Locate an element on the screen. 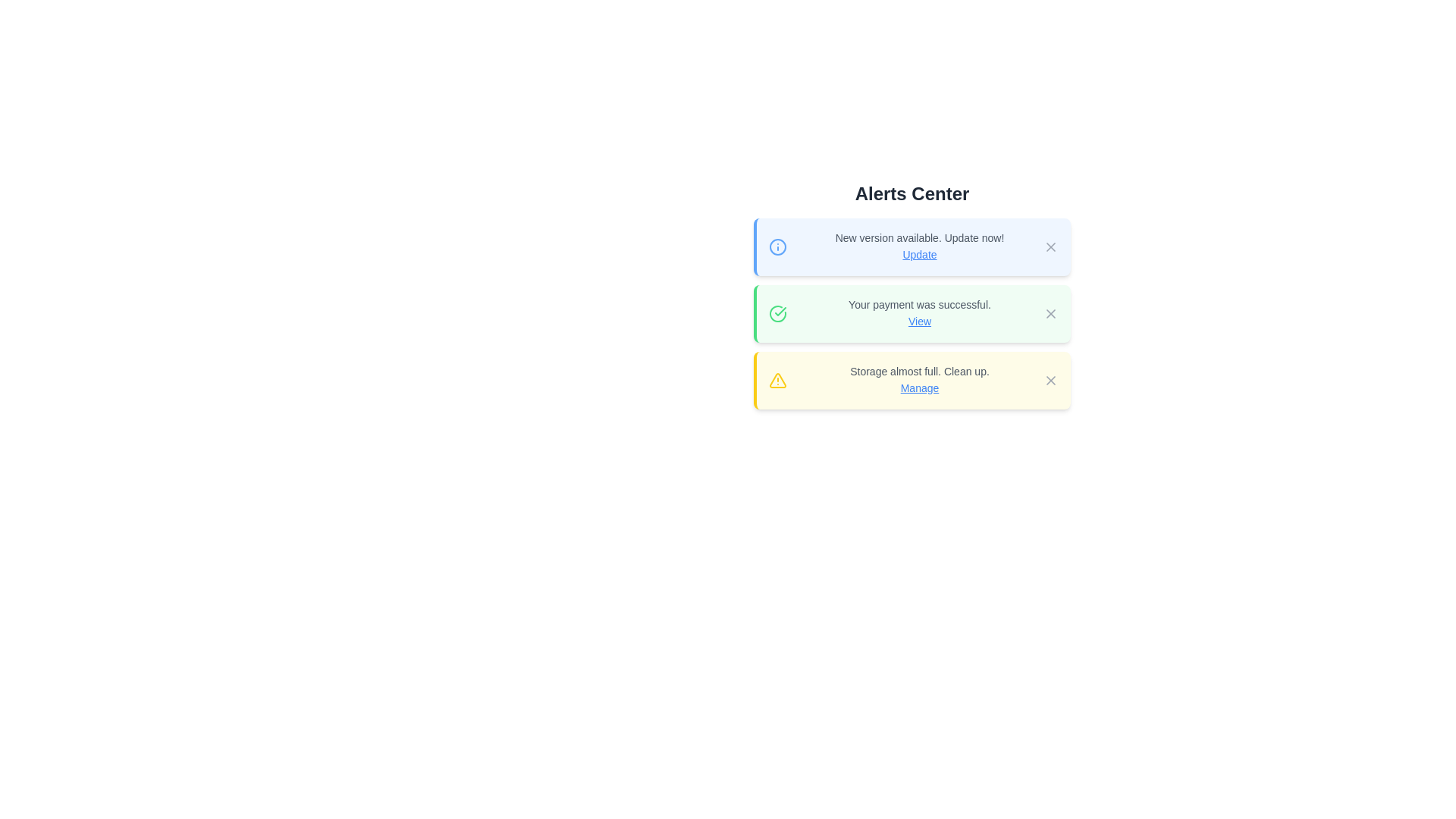 This screenshot has height=819, width=1456. the second notification card in the Alerts Center section, which has a green background and contains the message 'Your payment was successful.' is located at coordinates (912, 295).